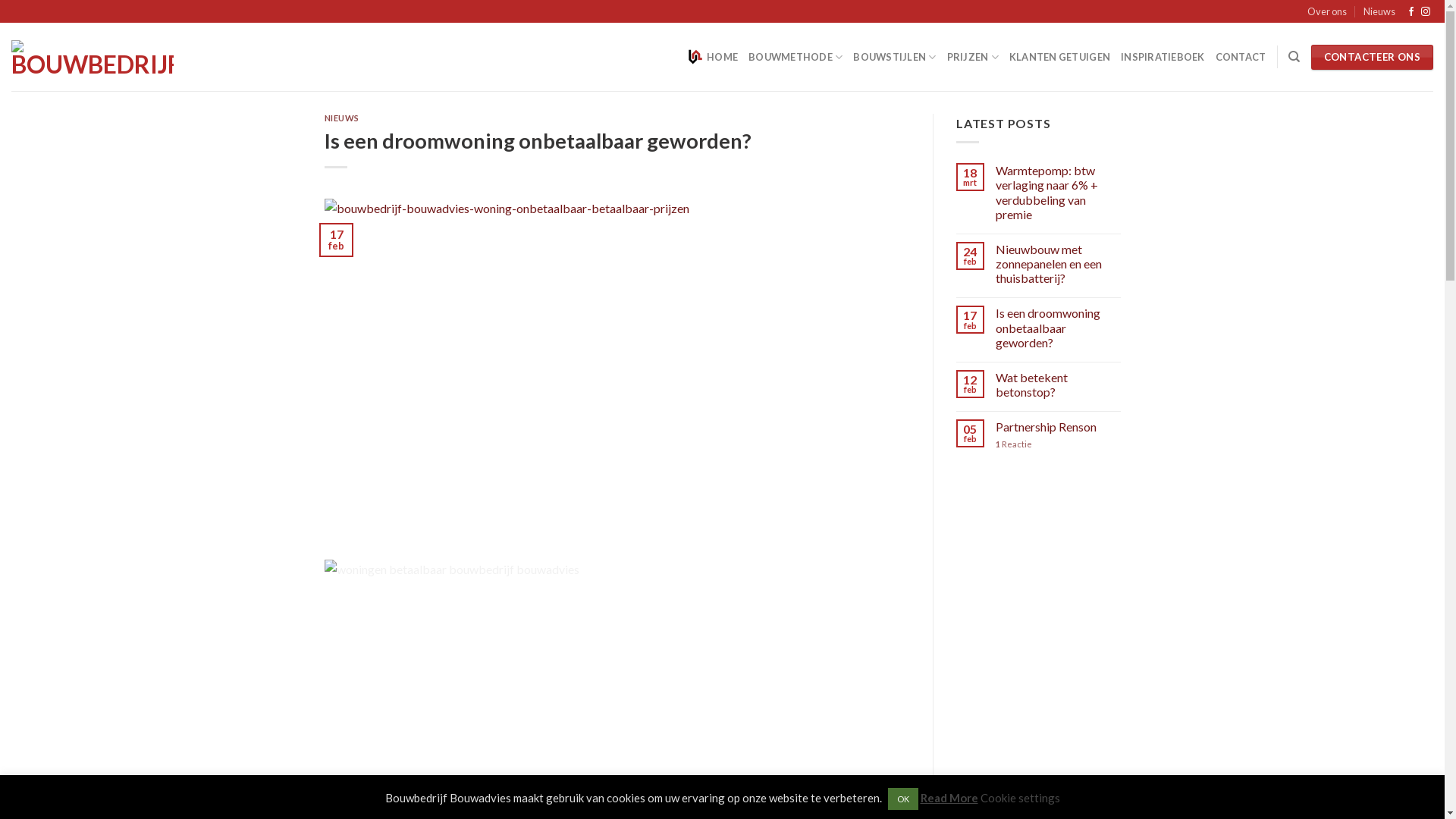  Describe the element at coordinates (1241, 55) in the screenshot. I see `'CONTACT'` at that location.